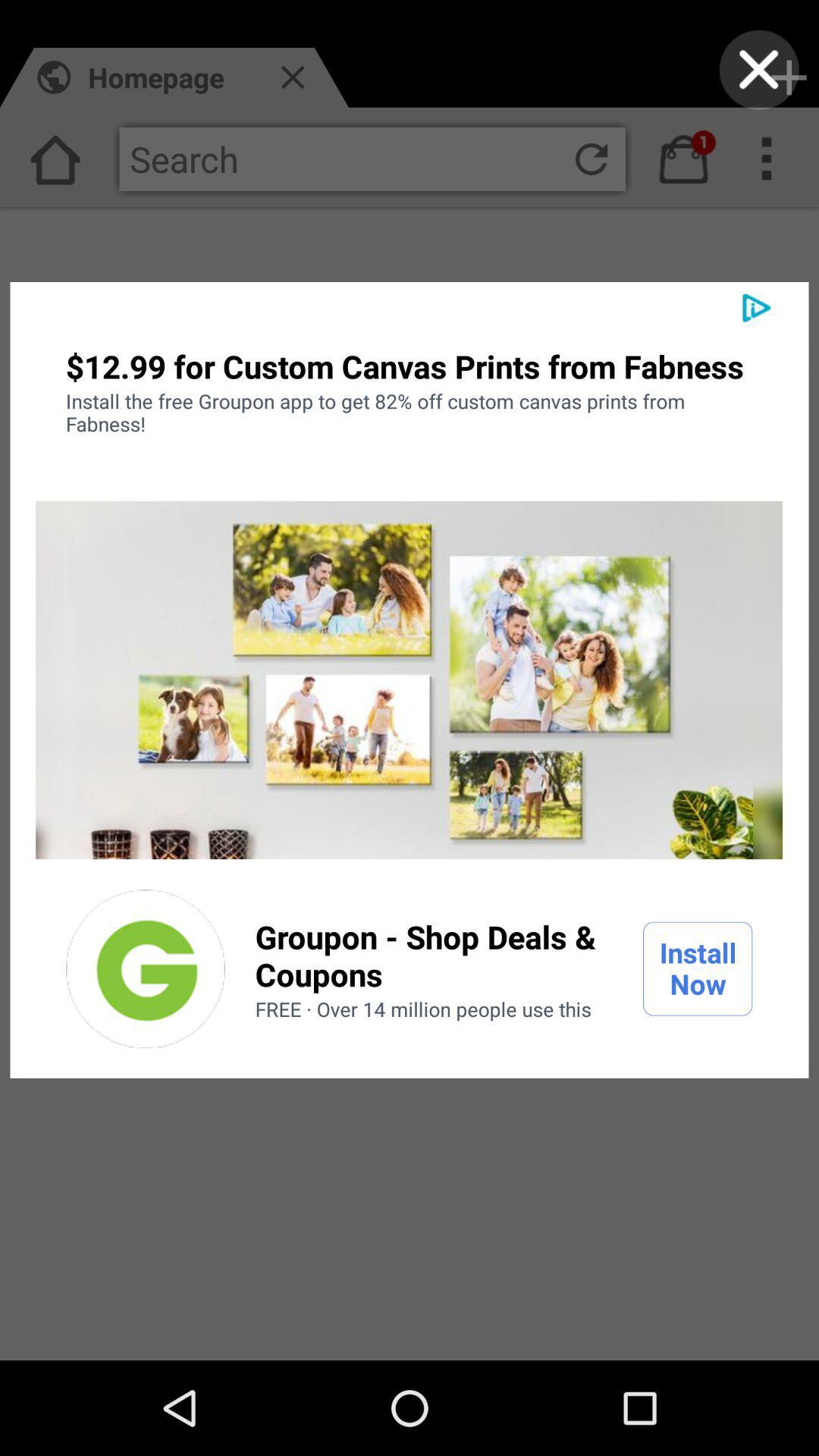  What do you see at coordinates (146, 968) in the screenshot?
I see `the item to the left of the groupon shop deals icon` at bounding box center [146, 968].